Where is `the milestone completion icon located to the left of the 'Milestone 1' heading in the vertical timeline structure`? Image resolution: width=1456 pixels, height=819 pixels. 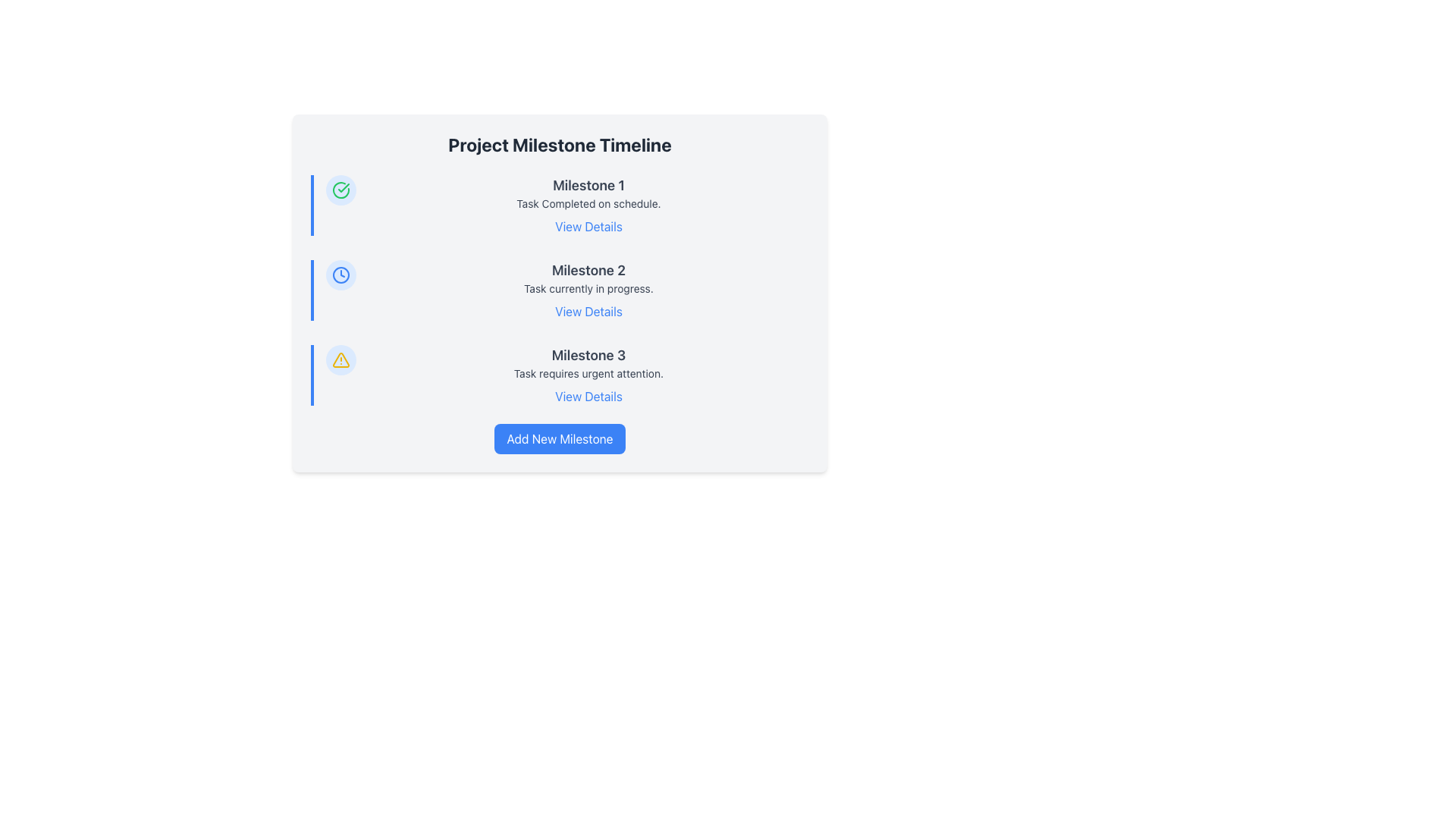
the milestone completion icon located to the left of the 'Milestone 1' heading in the vertical timeline structure is located at coordinates (340, 189).